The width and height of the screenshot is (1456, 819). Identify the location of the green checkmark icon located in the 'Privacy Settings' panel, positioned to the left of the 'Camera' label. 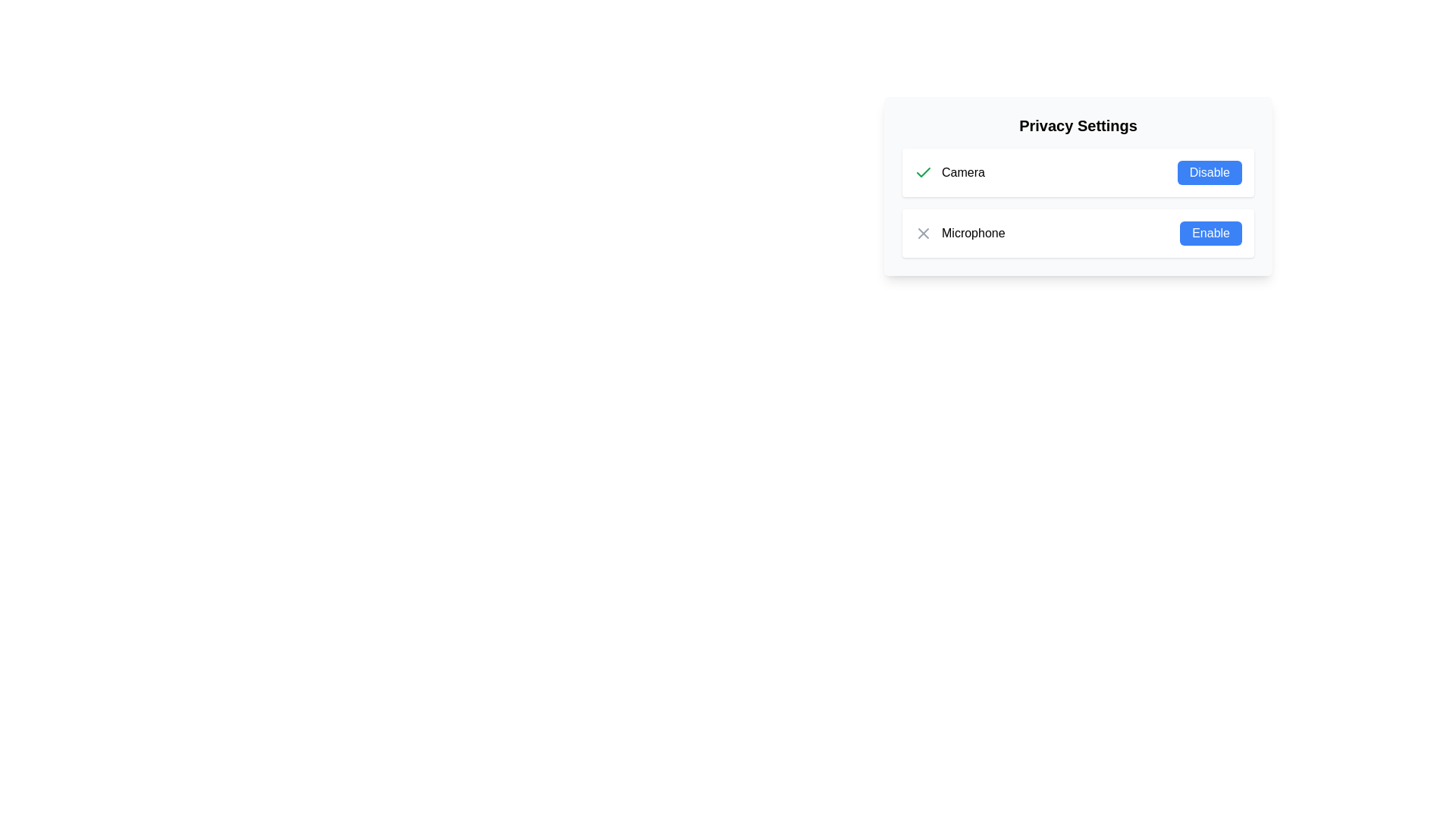
(923, 171).